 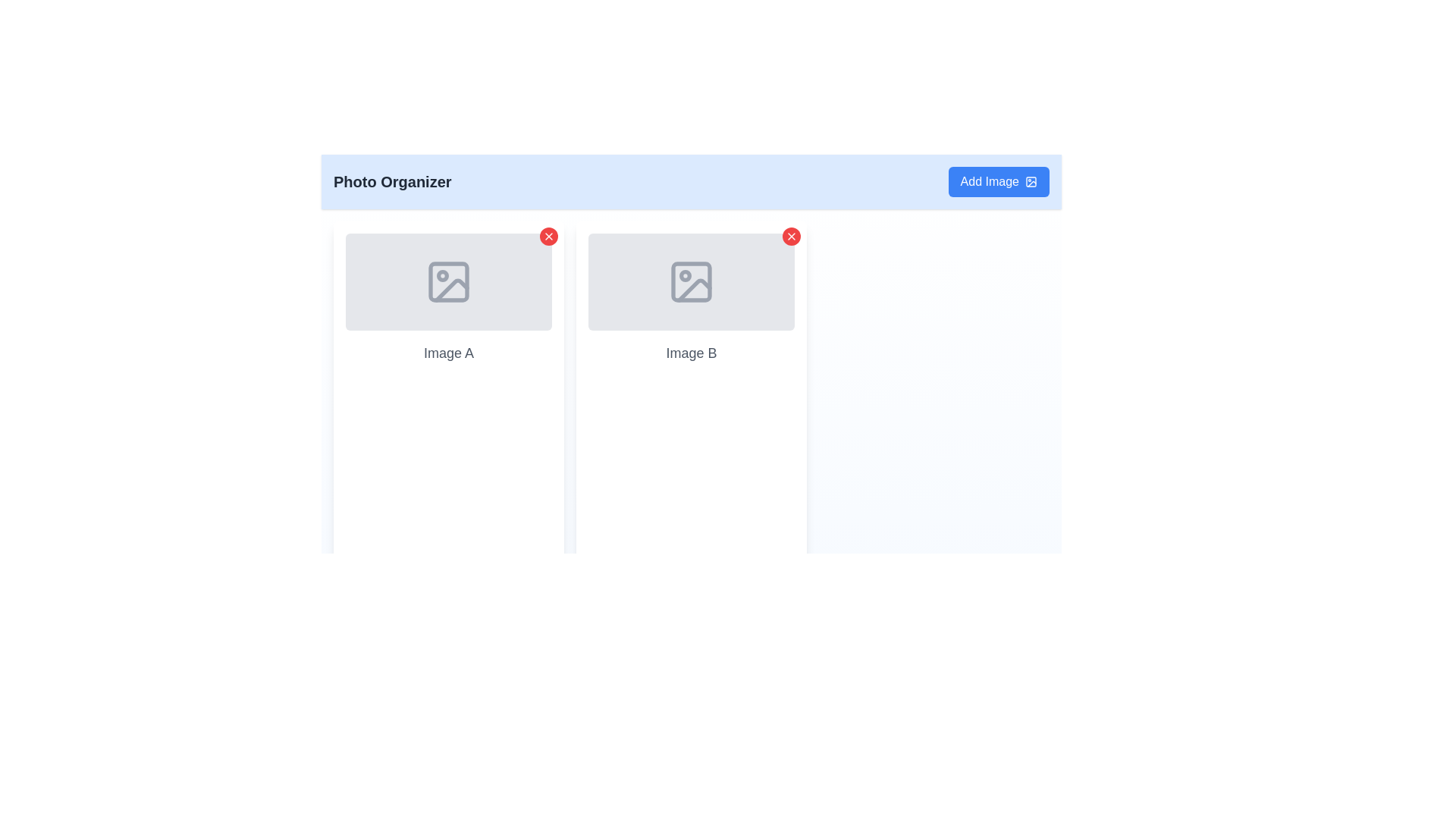 I want to click on the gray rectangular placeholder with rounded corners that contains a picture icon, located within the card labeled 'Image B', so click(x=691, y=281).